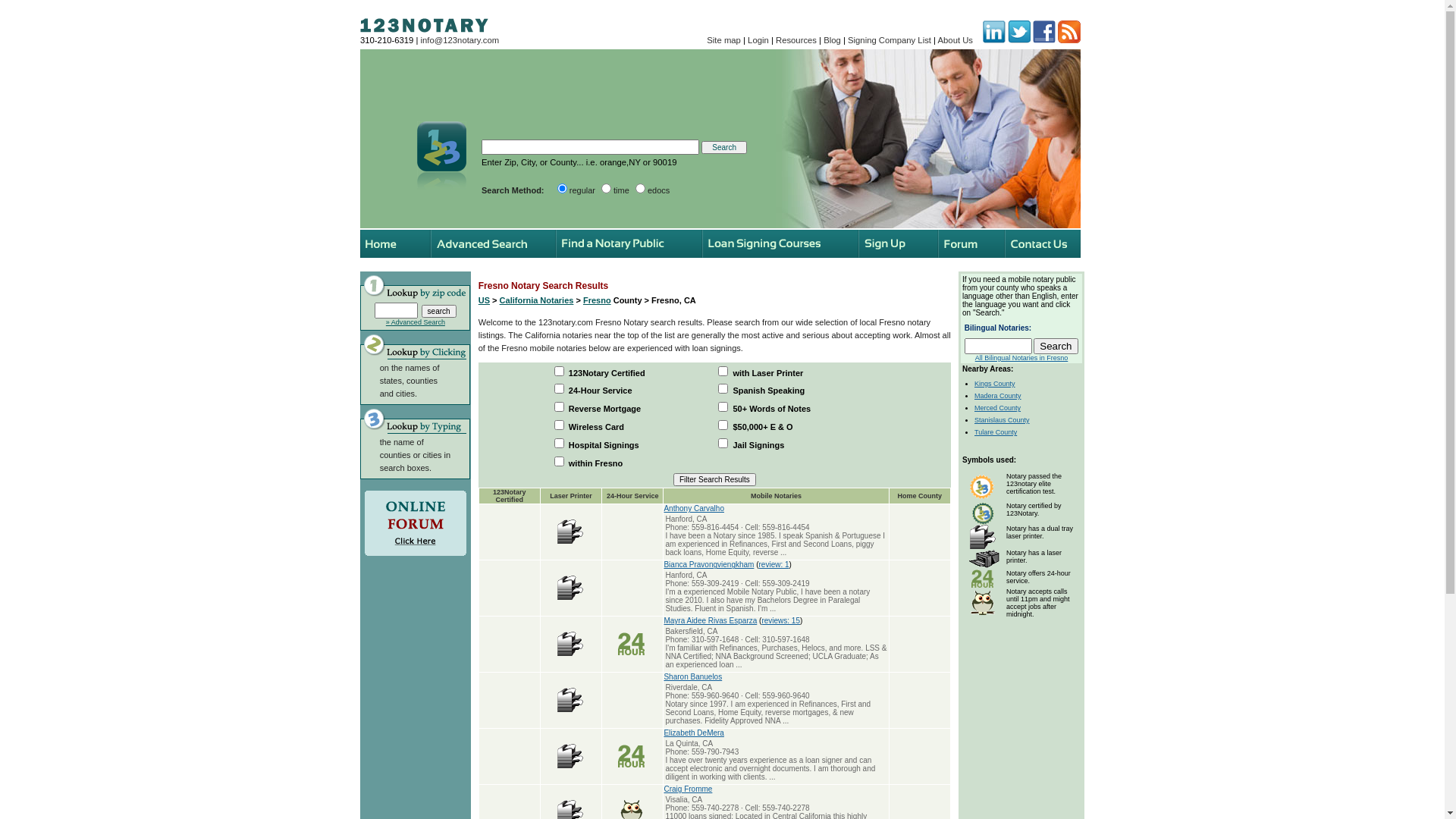 This screenshot has width=1456, height=819. What do you see at coordinates (687, 788) in the screenshot?
I see `'Craig Fromme'` at bounding box center [687, 788].